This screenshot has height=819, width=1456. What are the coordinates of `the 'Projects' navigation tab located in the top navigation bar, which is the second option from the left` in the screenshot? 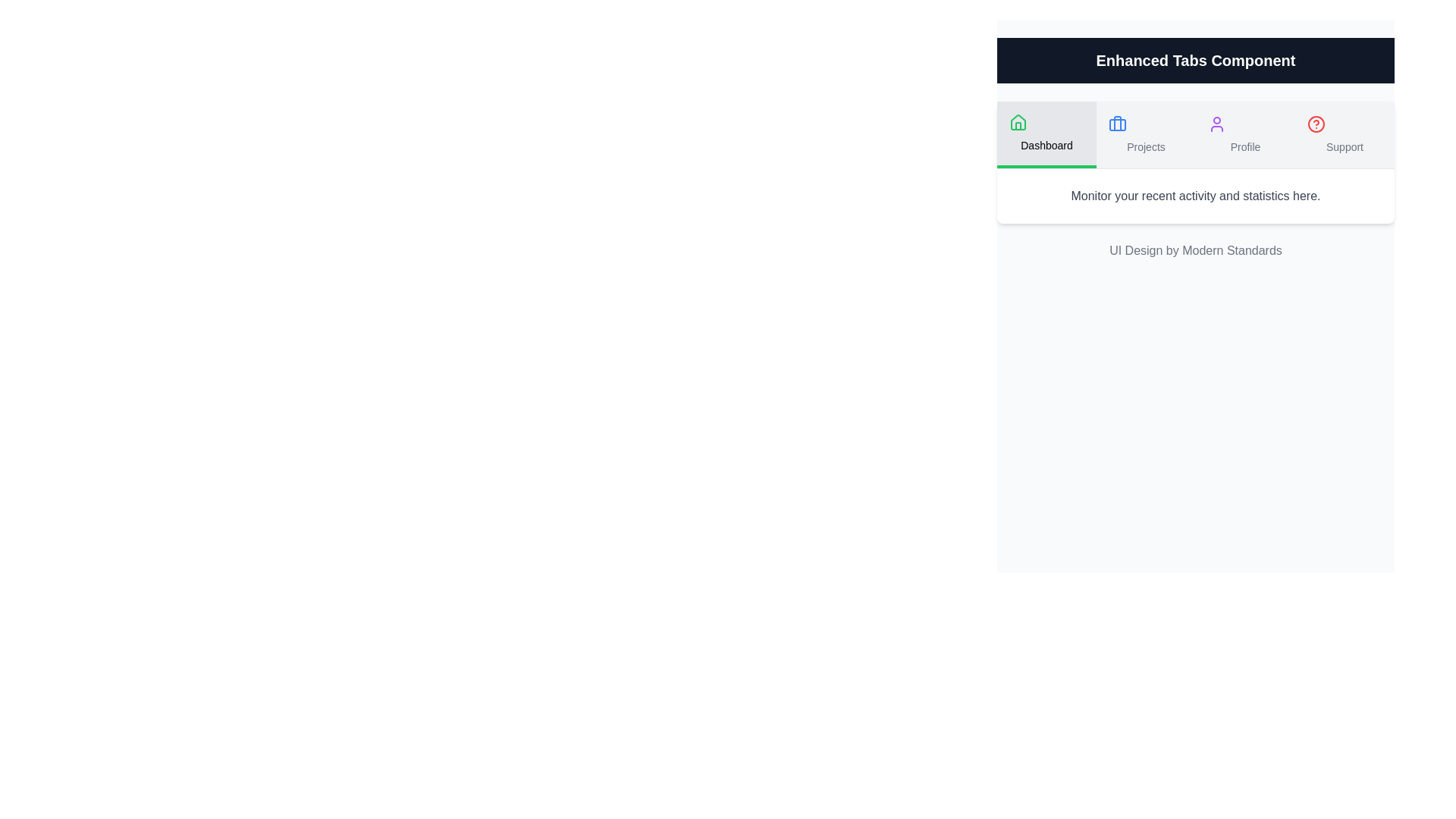 It's located at (1146, 133).